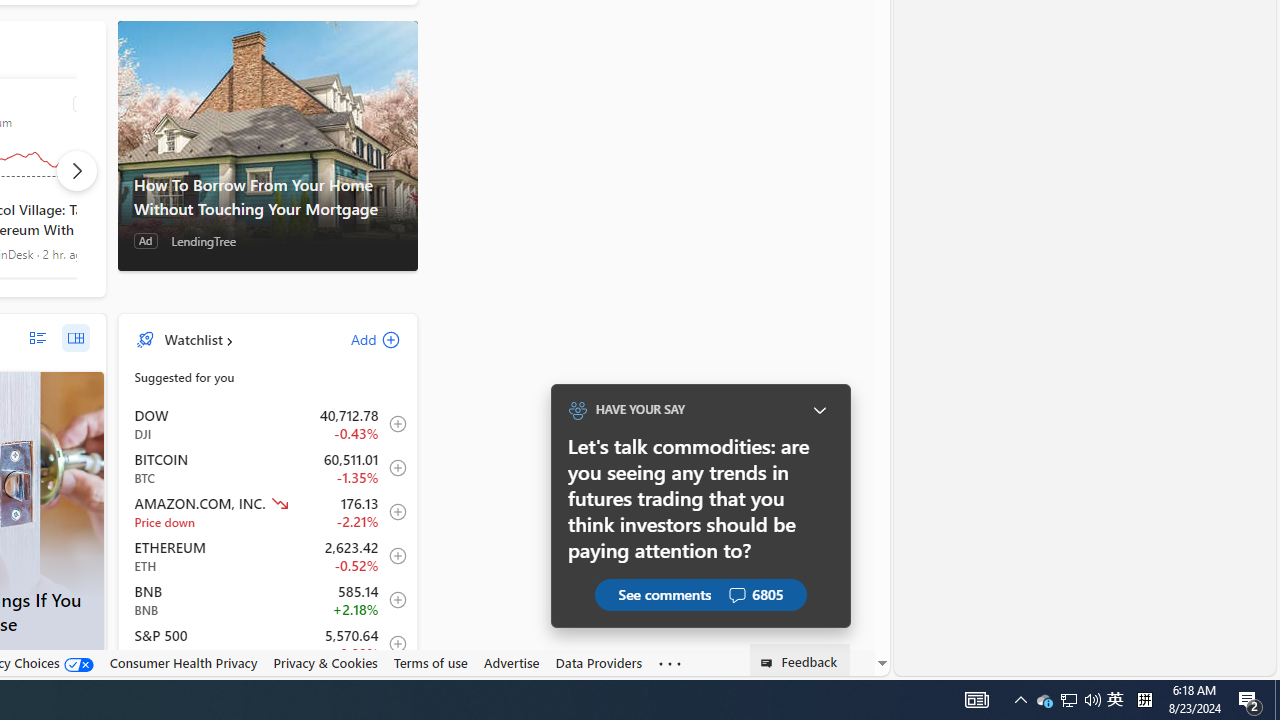 The image size is (1280, 720). I want to click on 'Privacy & Cookies', so click(325, 662).